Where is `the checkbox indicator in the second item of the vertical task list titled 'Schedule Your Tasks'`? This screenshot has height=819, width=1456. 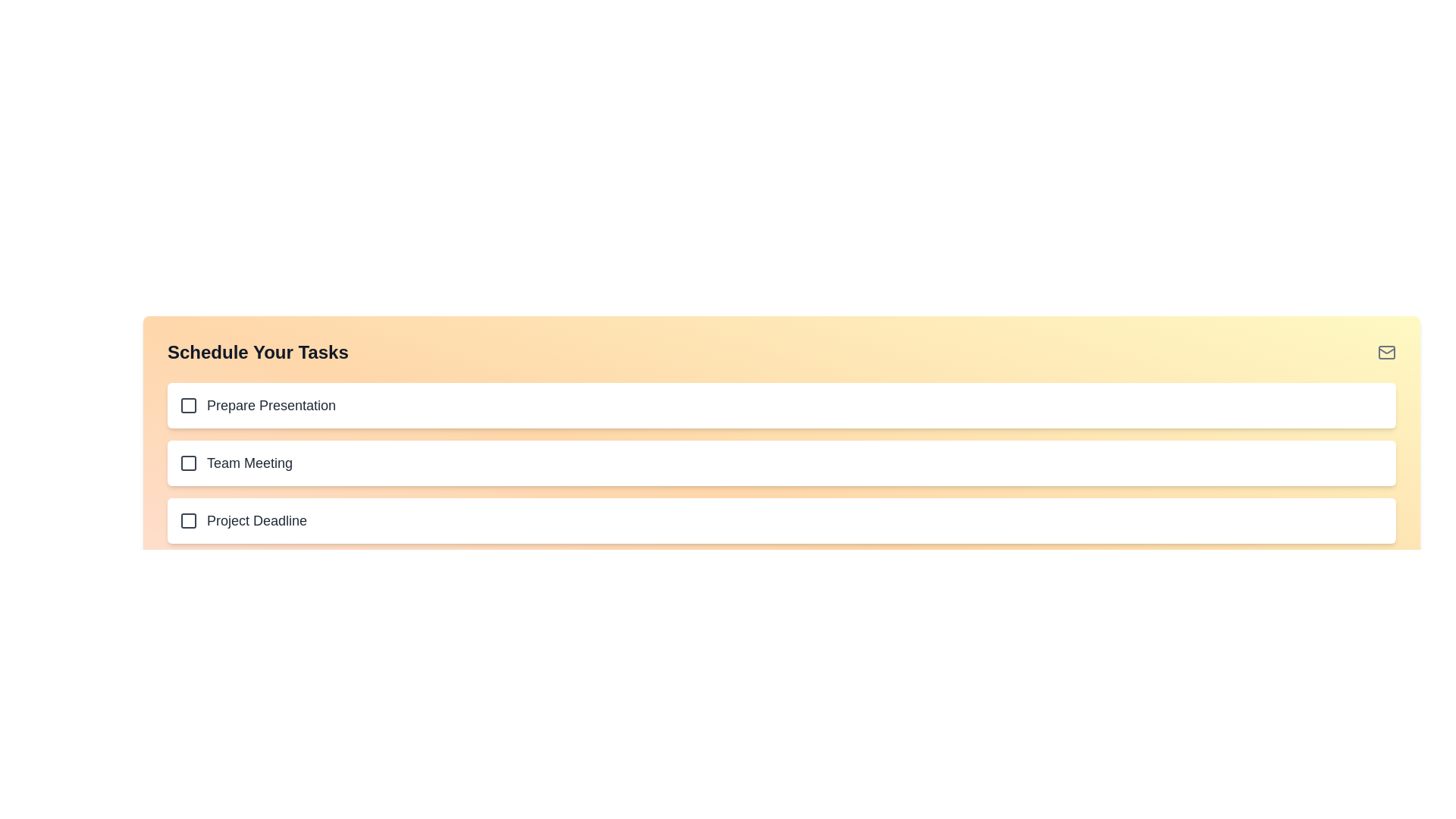 the checkbox indicator in the second item of the vertical task list titled 'Schedule Your Tasks' is located at coordinates (188, 462).